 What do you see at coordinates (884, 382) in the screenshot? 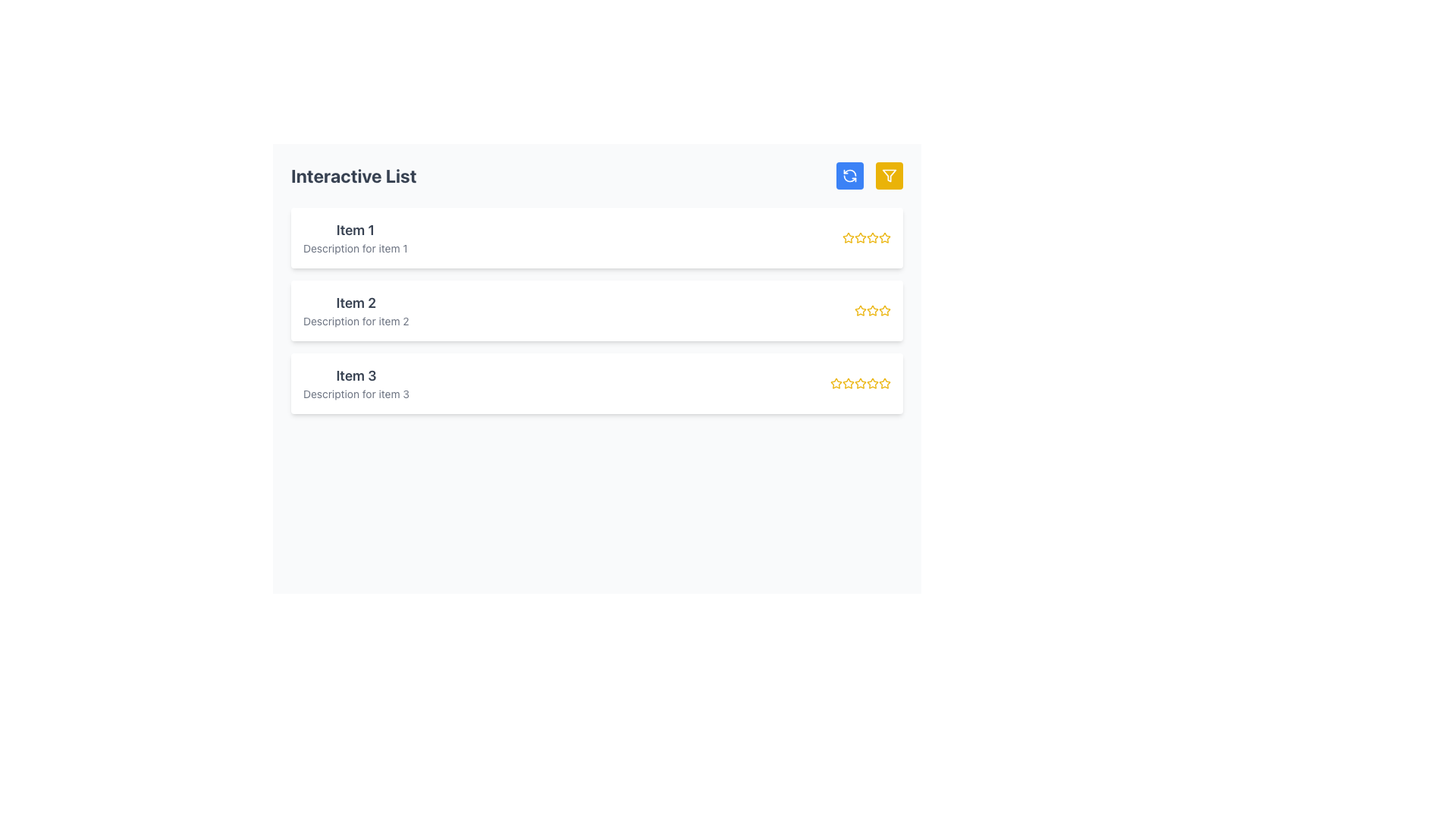
I see `the first star icon used for rating 'Item 3'` at bounding box center [884, 382].